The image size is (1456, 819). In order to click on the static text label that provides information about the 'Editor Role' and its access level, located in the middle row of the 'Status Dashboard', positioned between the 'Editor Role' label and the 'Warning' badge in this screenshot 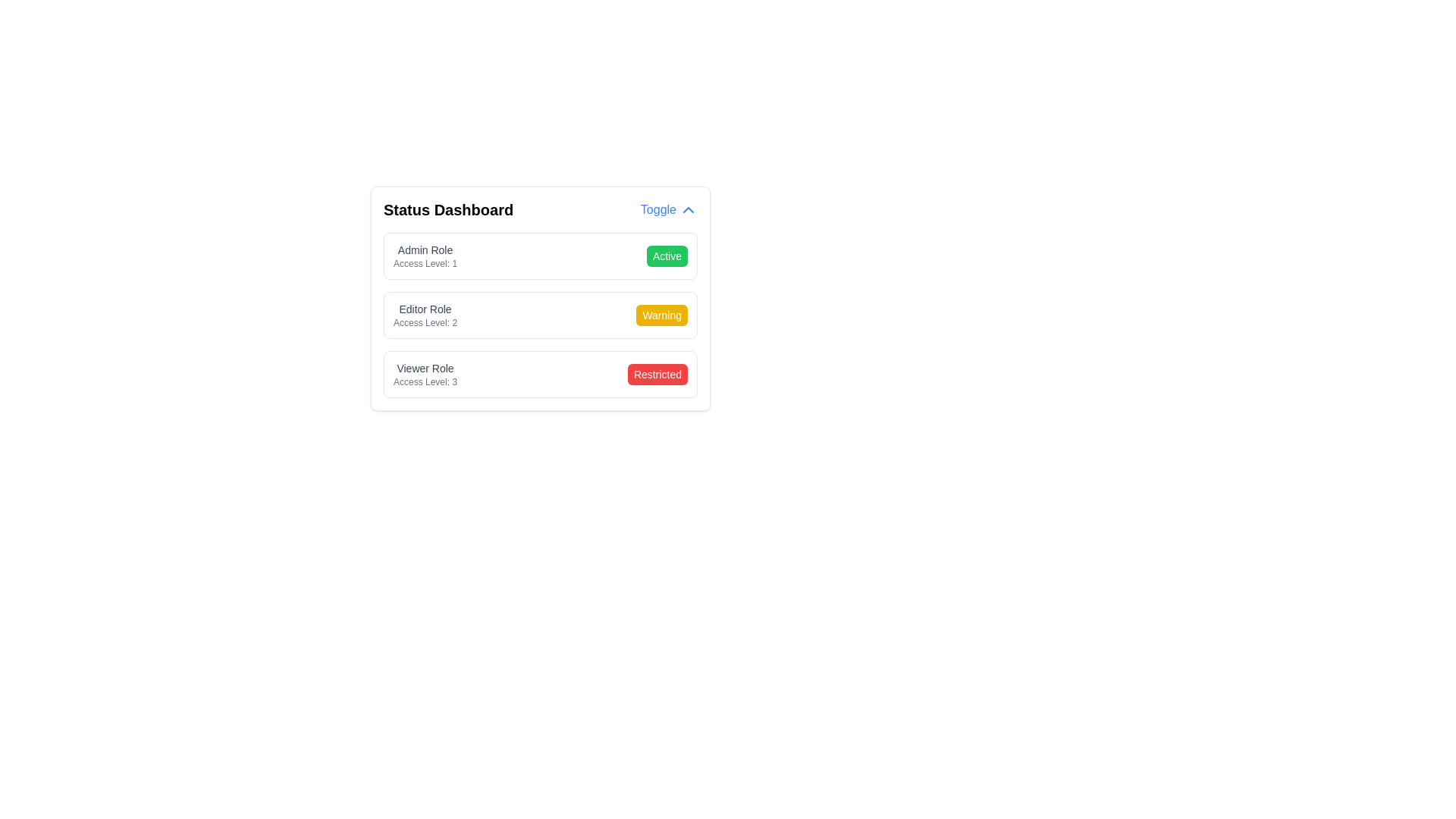, I will do `click(425, 315)`.